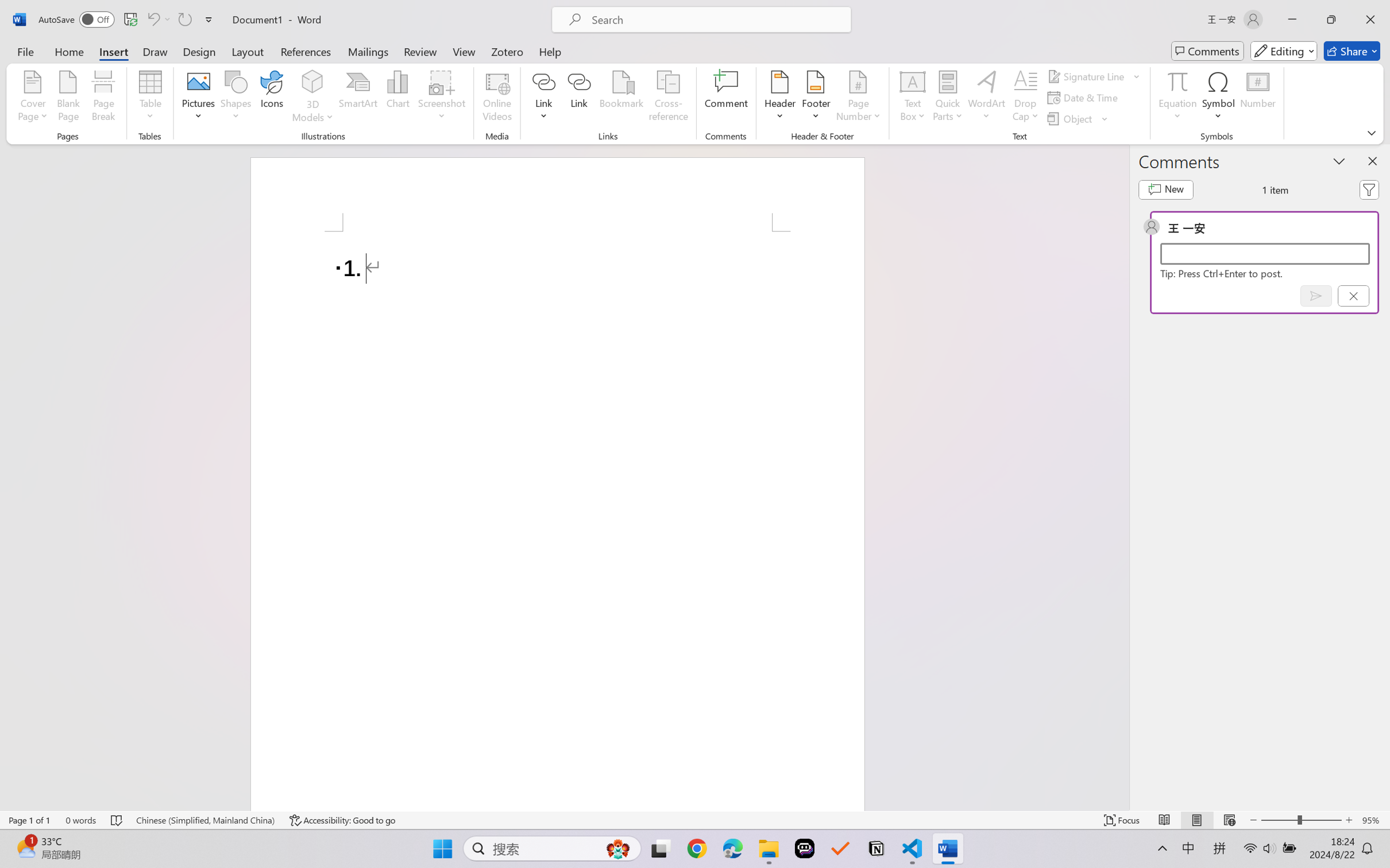 Image resolution: width=1390 pixels, height=868 pixels. What do you see at coordinates (543, 98) in the screenshot?
I see `'Link'` at bounding box center [543, 98].